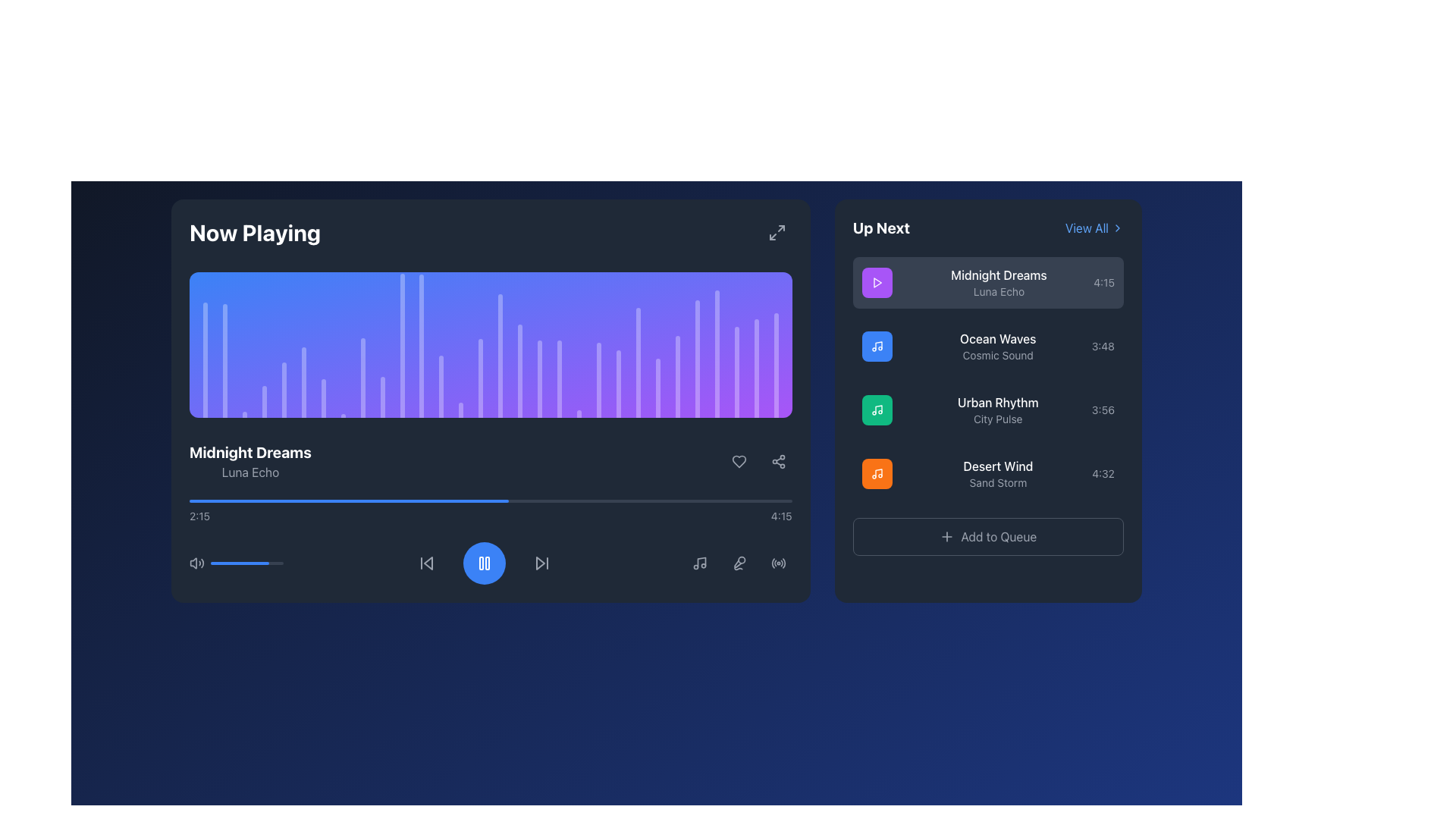  Describe the element at coordinates (225, 563) in the screenshot. I see `the volume` at that location.